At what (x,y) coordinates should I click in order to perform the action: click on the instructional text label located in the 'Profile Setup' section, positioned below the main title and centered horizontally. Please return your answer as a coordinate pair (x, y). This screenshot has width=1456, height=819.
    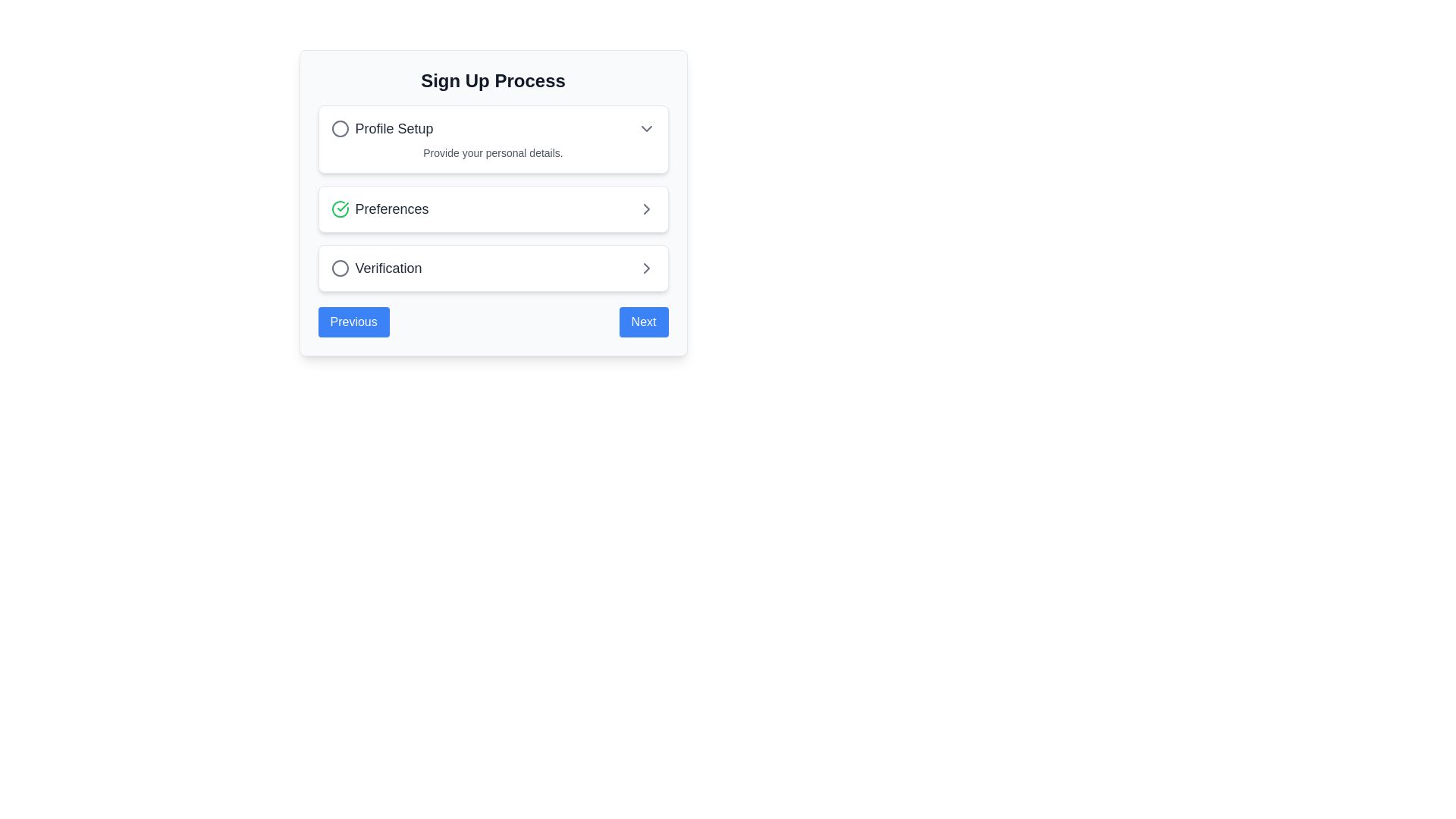
    Looking at the image, I should click on (493, 152).